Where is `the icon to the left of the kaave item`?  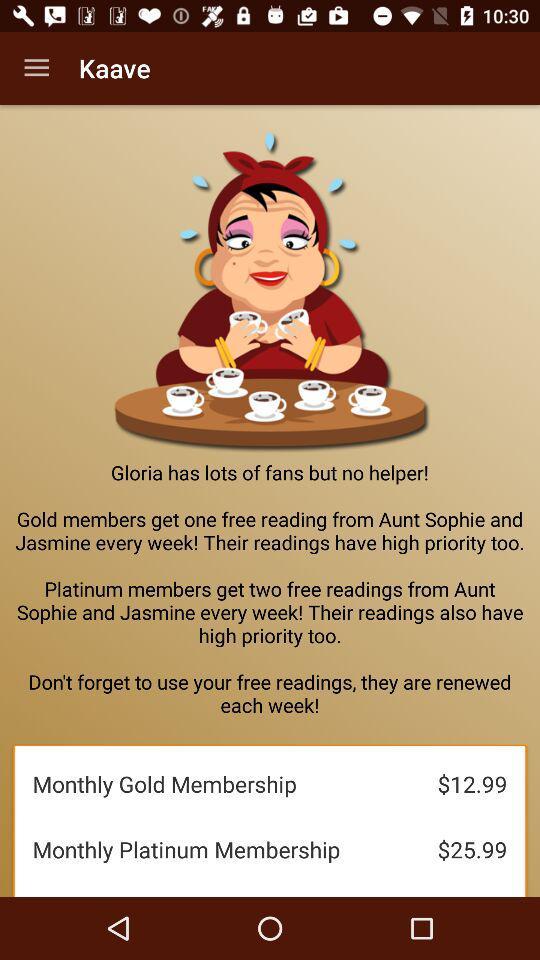 the icon to the left of the kaave item is located at coordinates (36, 68).